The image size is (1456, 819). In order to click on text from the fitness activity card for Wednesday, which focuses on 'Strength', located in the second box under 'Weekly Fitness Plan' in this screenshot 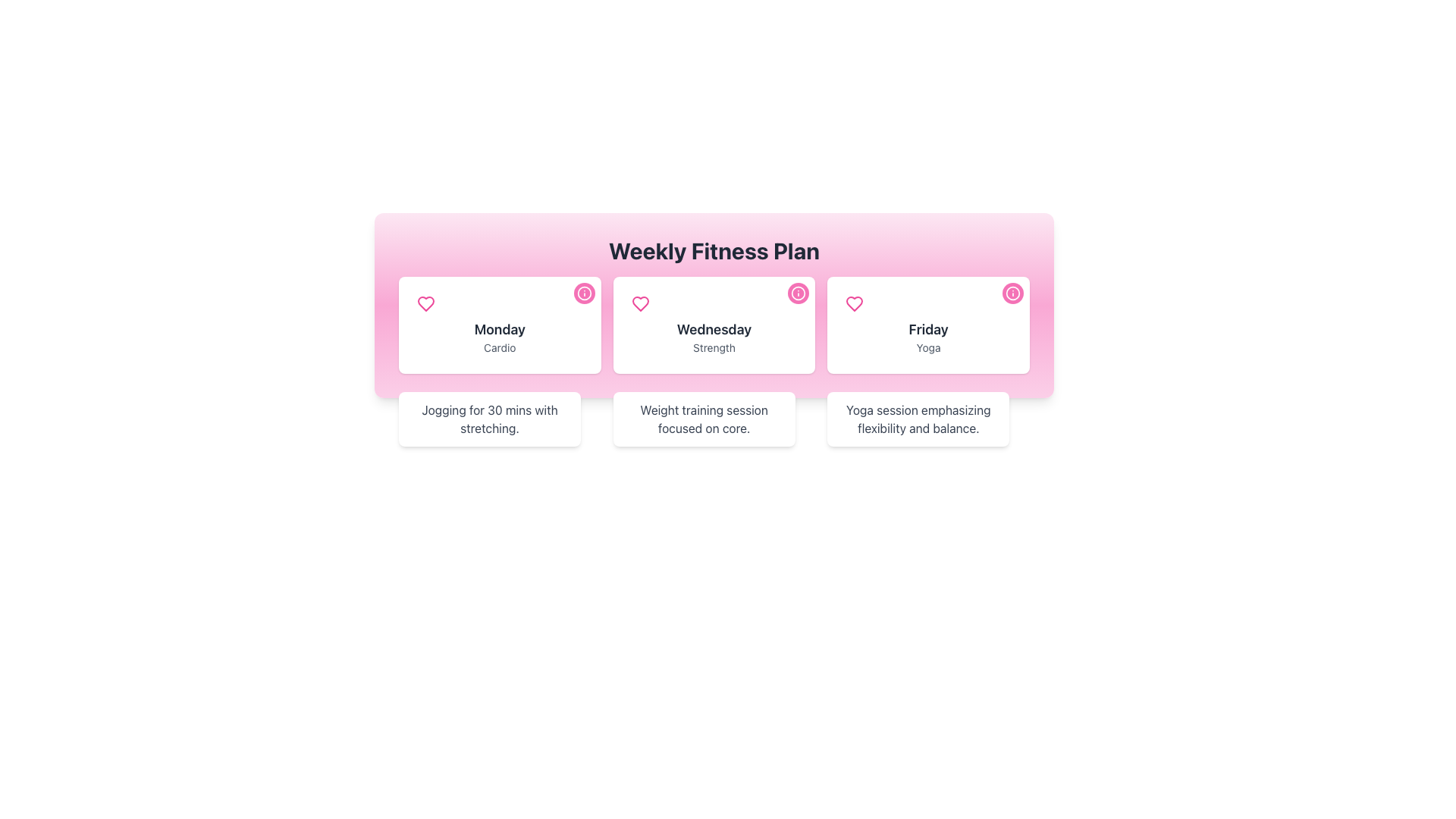, I will do `click(713, 324)`.